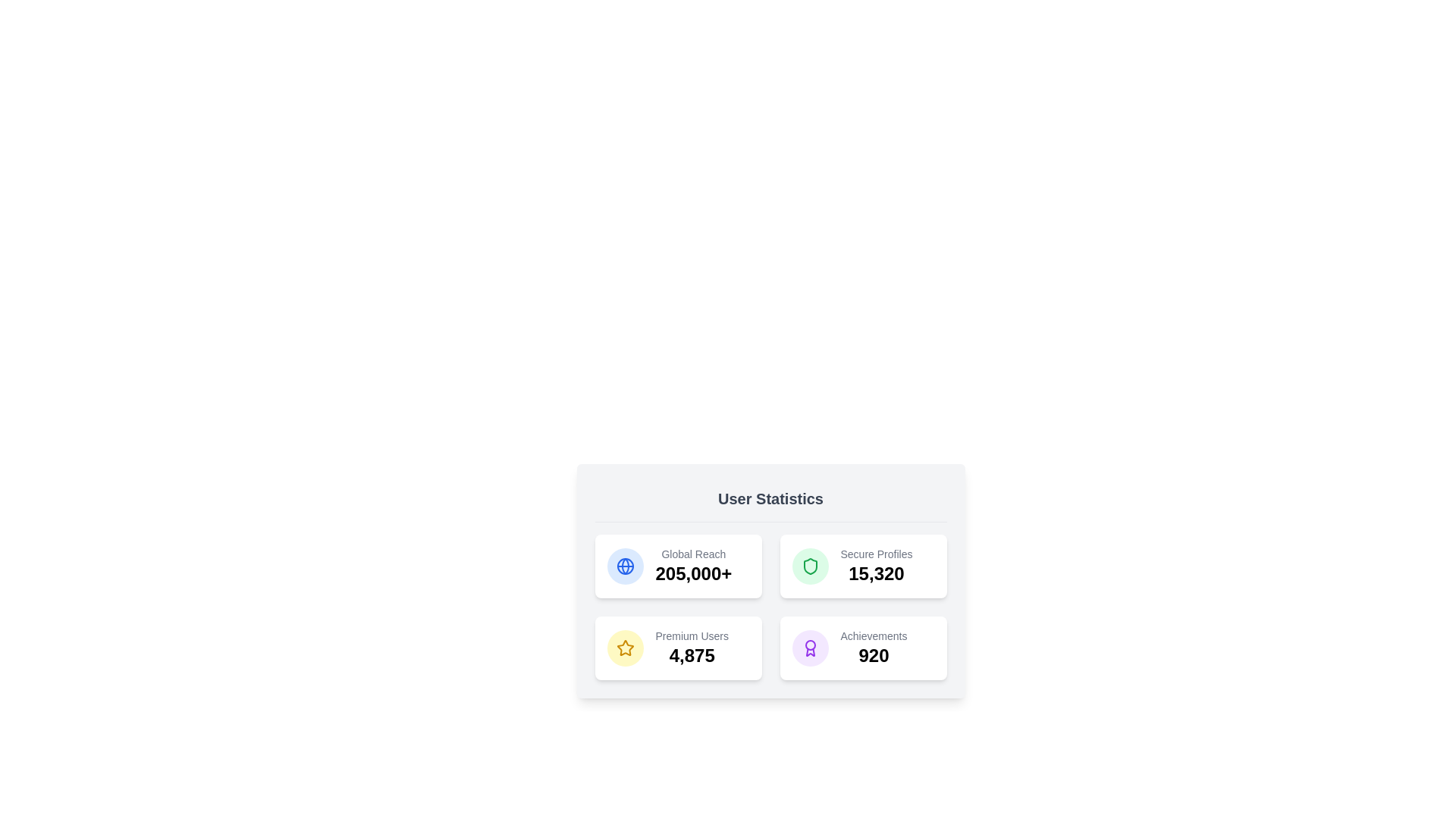 The width and height of the screenshot is (1456, 819). Describe the element at coordinates (809, 648) in the screenshot. I see `the circular icon with a purple outline that resembles an award badge, located in the grid layout of statistics under the 'Achievements' label` at that location.